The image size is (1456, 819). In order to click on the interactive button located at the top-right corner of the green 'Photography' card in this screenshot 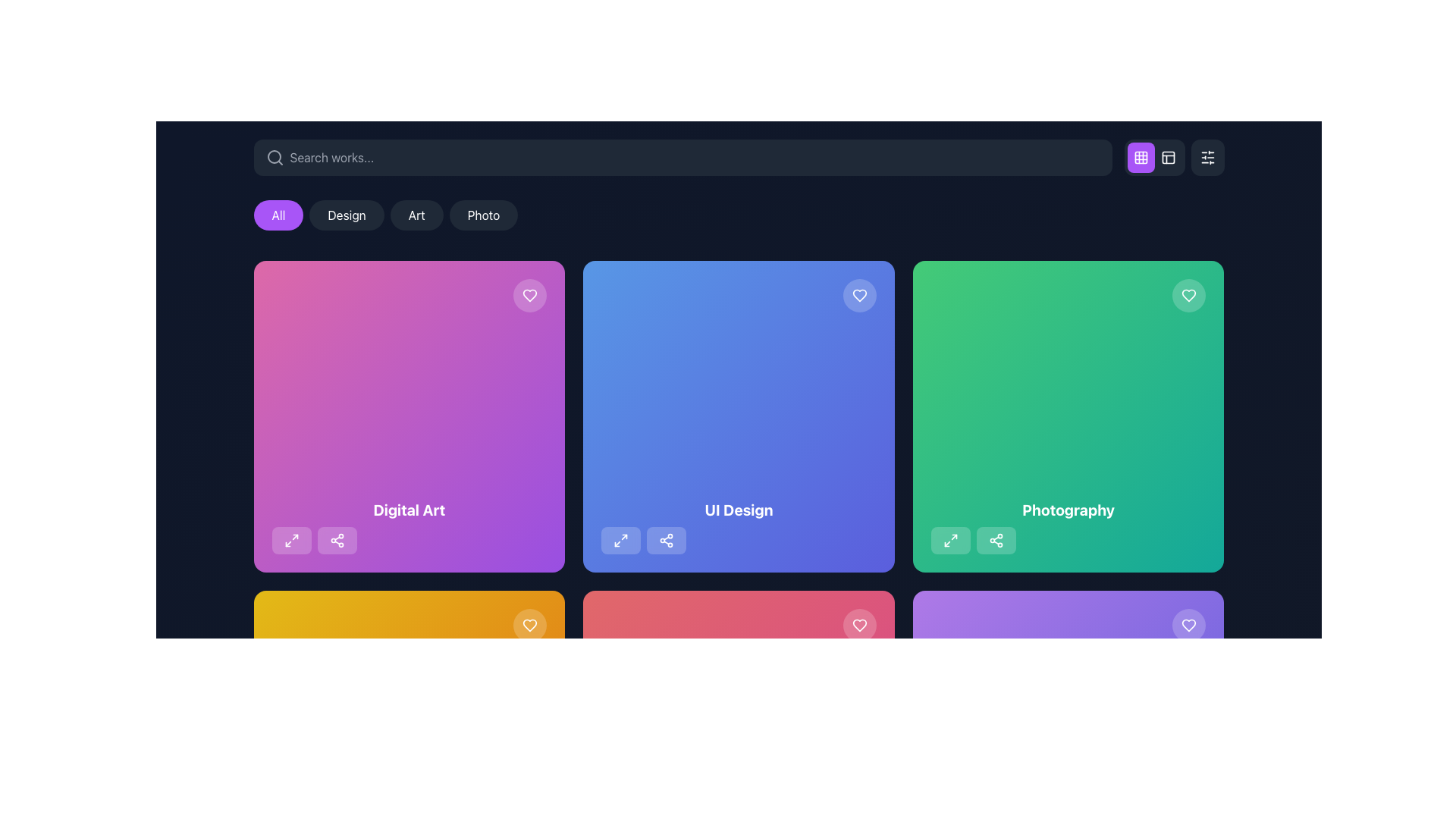, I will do `click(1188, 295)`.